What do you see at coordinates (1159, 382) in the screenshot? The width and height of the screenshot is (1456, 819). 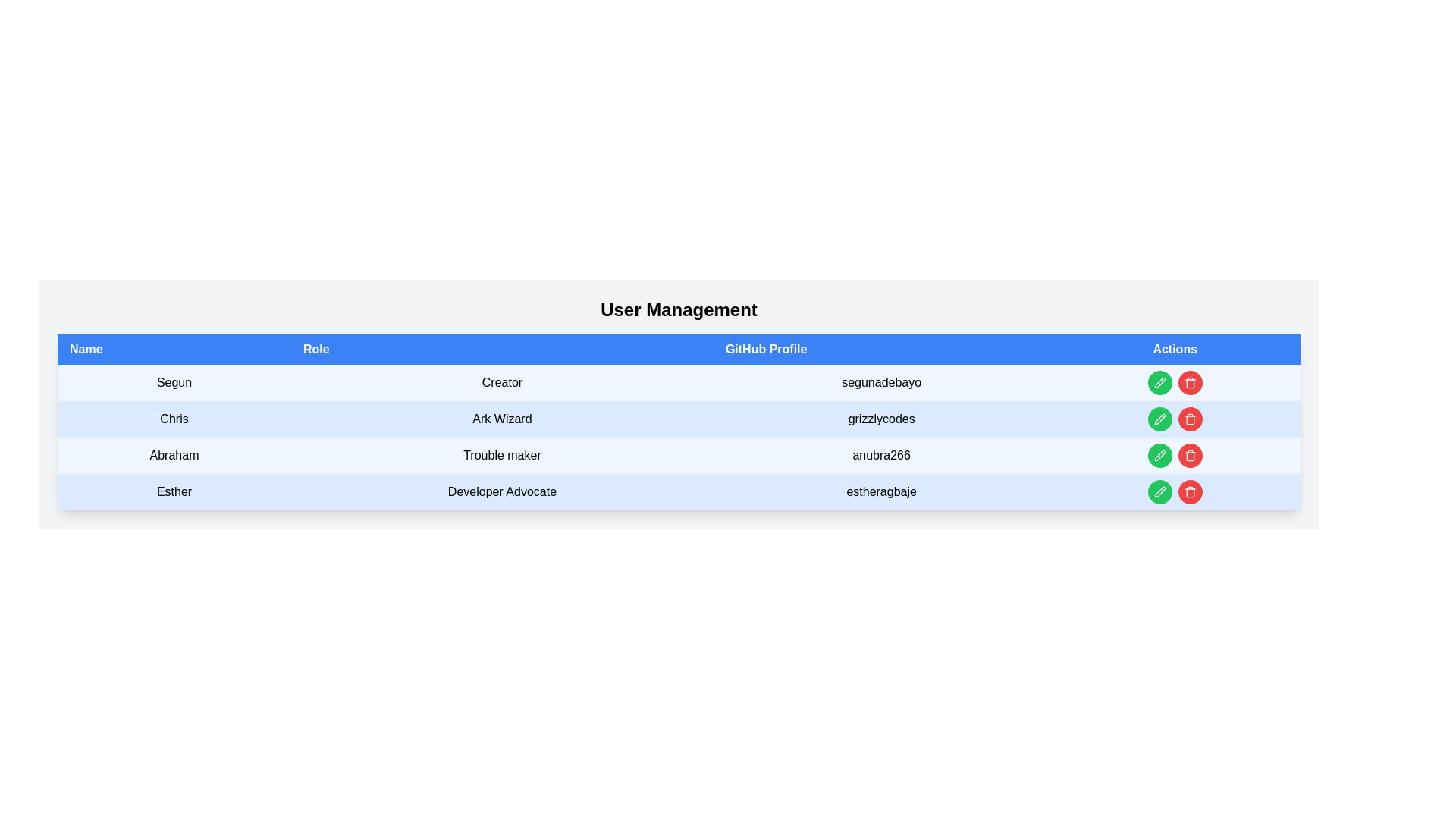 I see `the 'edit' button in the 'Actions' column of the row for 'Chris', who has the role 'Ark Wizard'` at bounding box center [1159, 382].